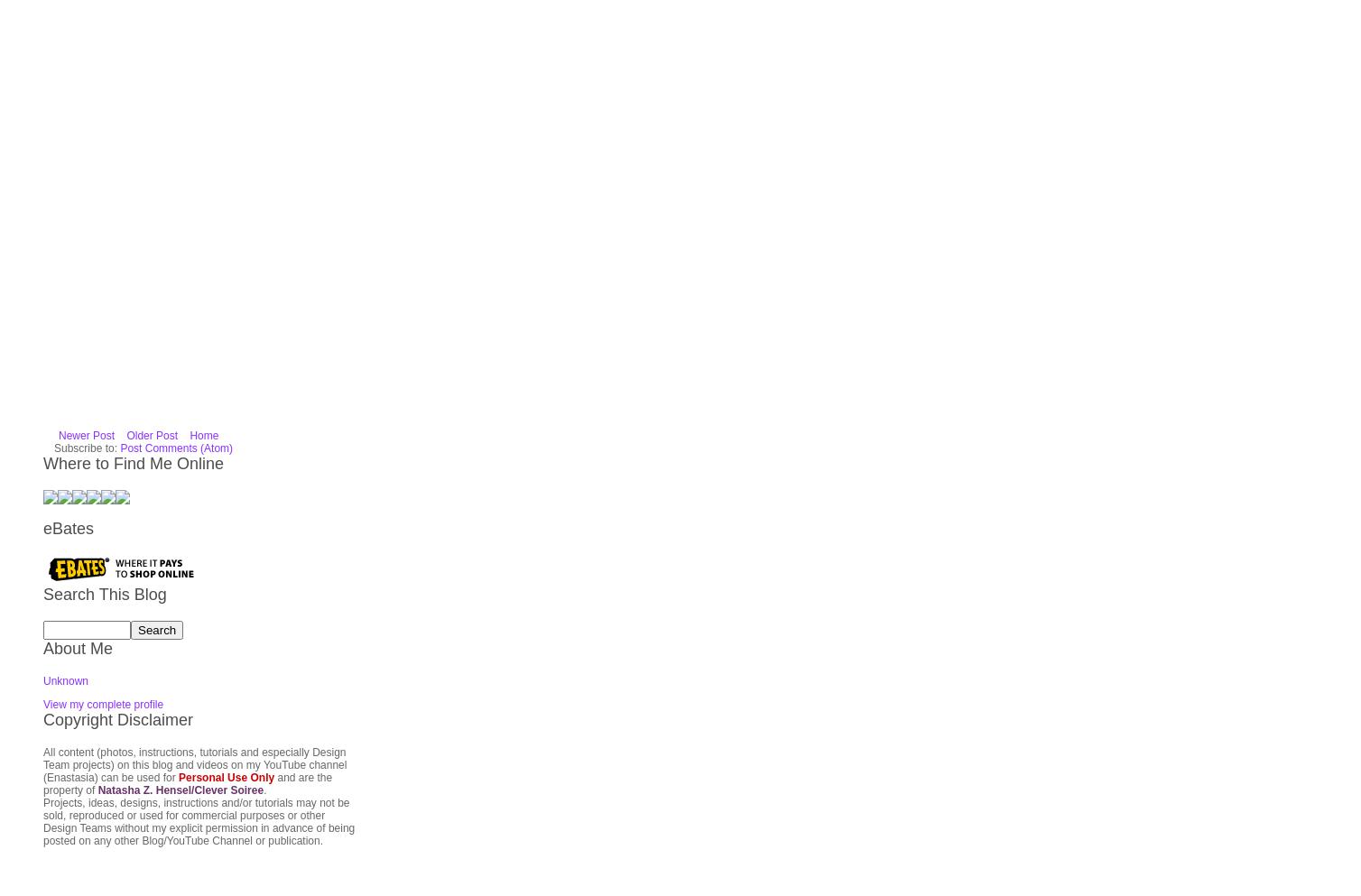  What do you see at coordinates (133, 247) in the screenshot?
I see `'Where to Find Me Online'` at bounding box center [133, 247].